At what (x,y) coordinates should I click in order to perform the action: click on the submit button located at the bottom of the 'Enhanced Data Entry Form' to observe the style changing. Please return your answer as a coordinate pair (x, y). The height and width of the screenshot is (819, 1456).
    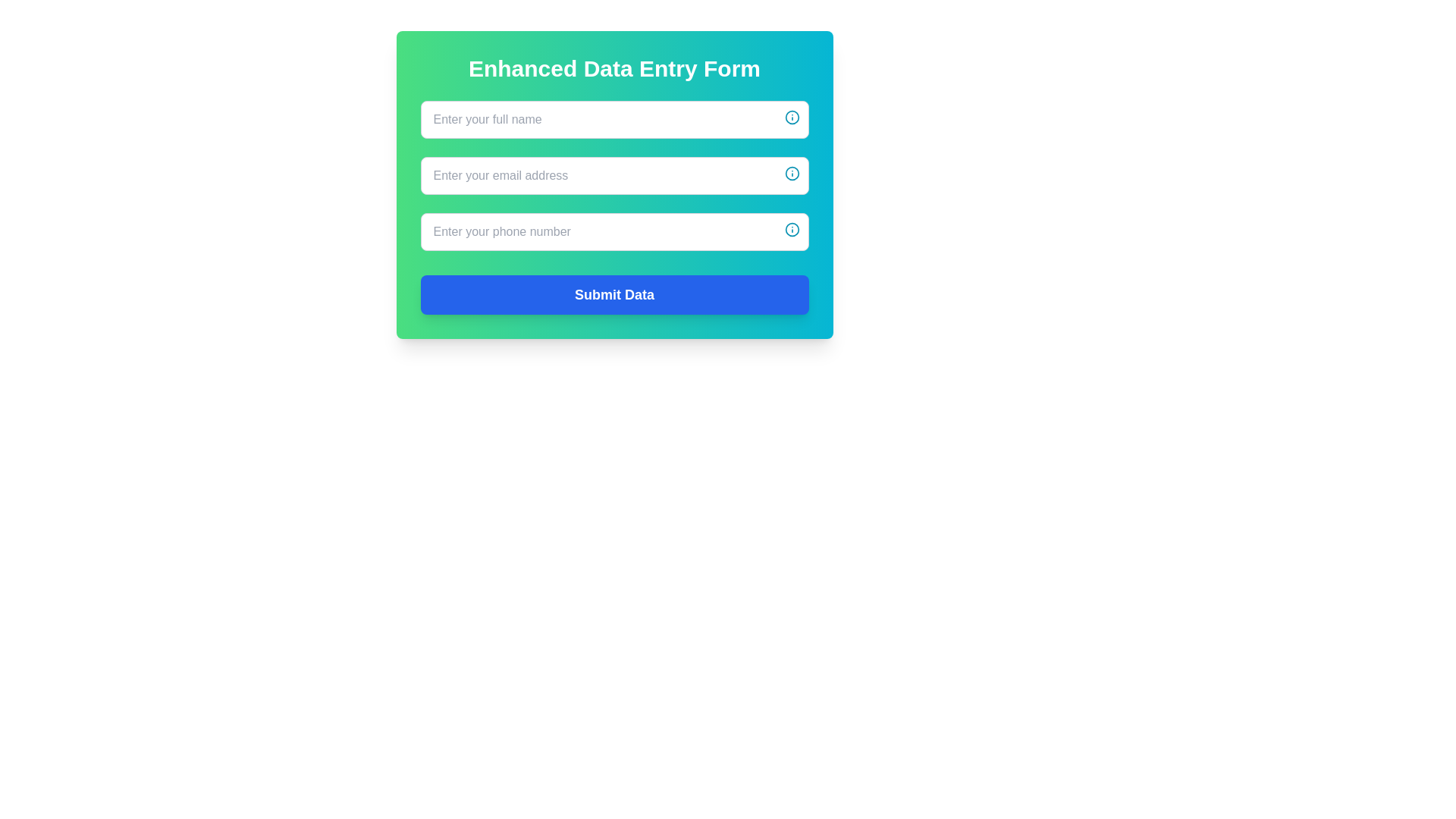
    Looking at the image, I should click on (614, 295).